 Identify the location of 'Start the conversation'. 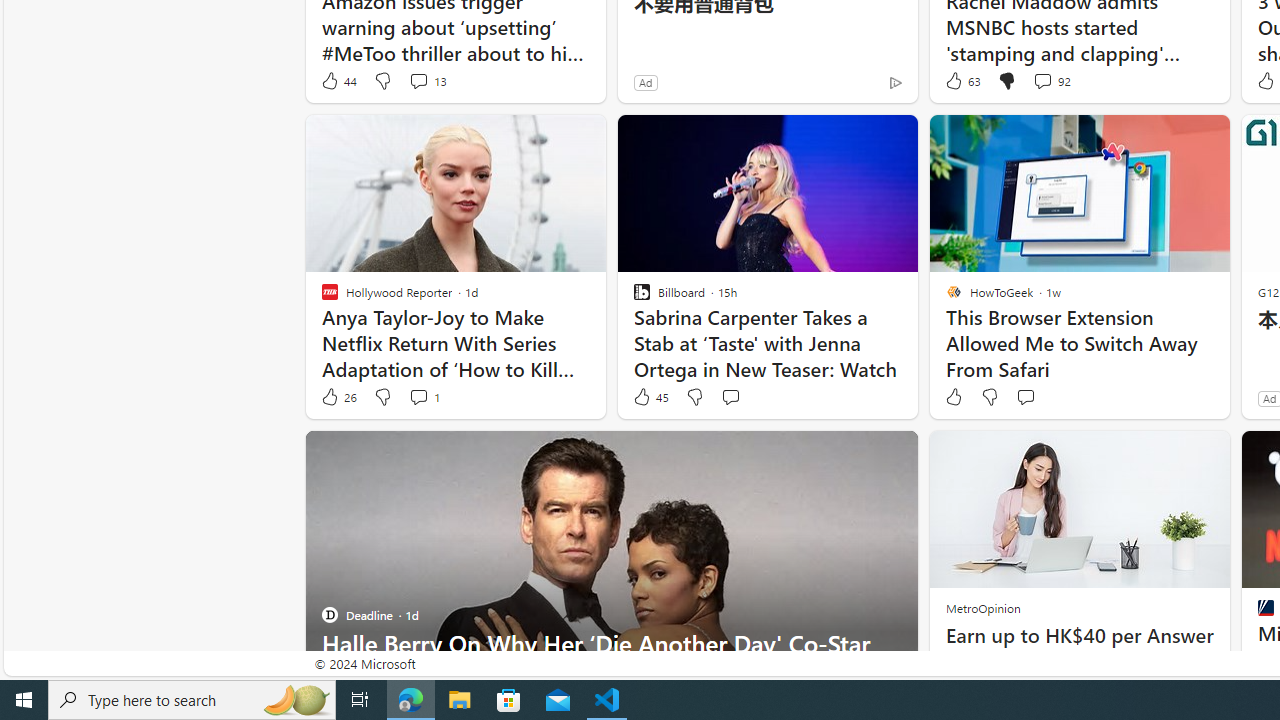
(1025, 397).